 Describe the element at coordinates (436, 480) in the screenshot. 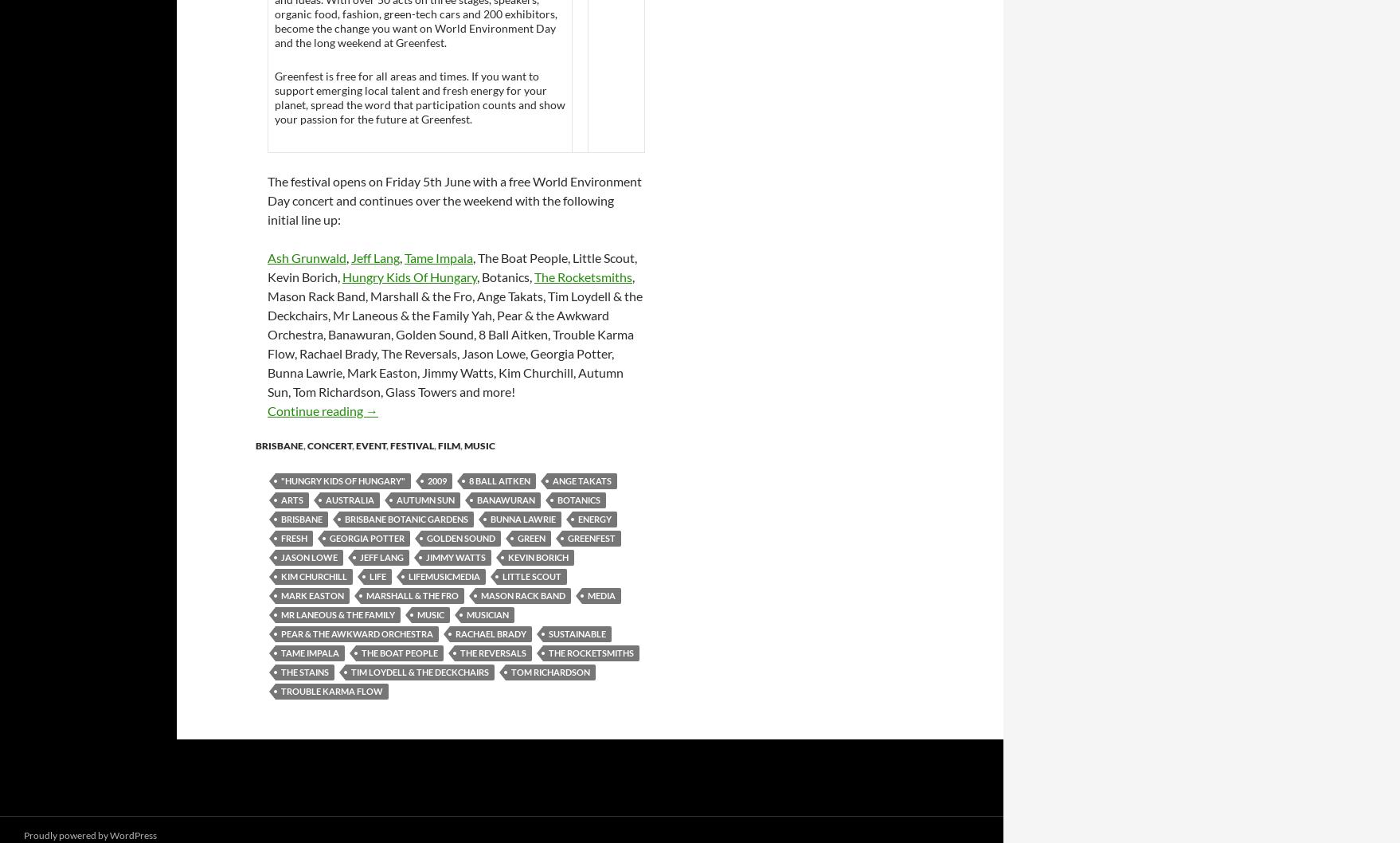

I see `'2009'` at that location.